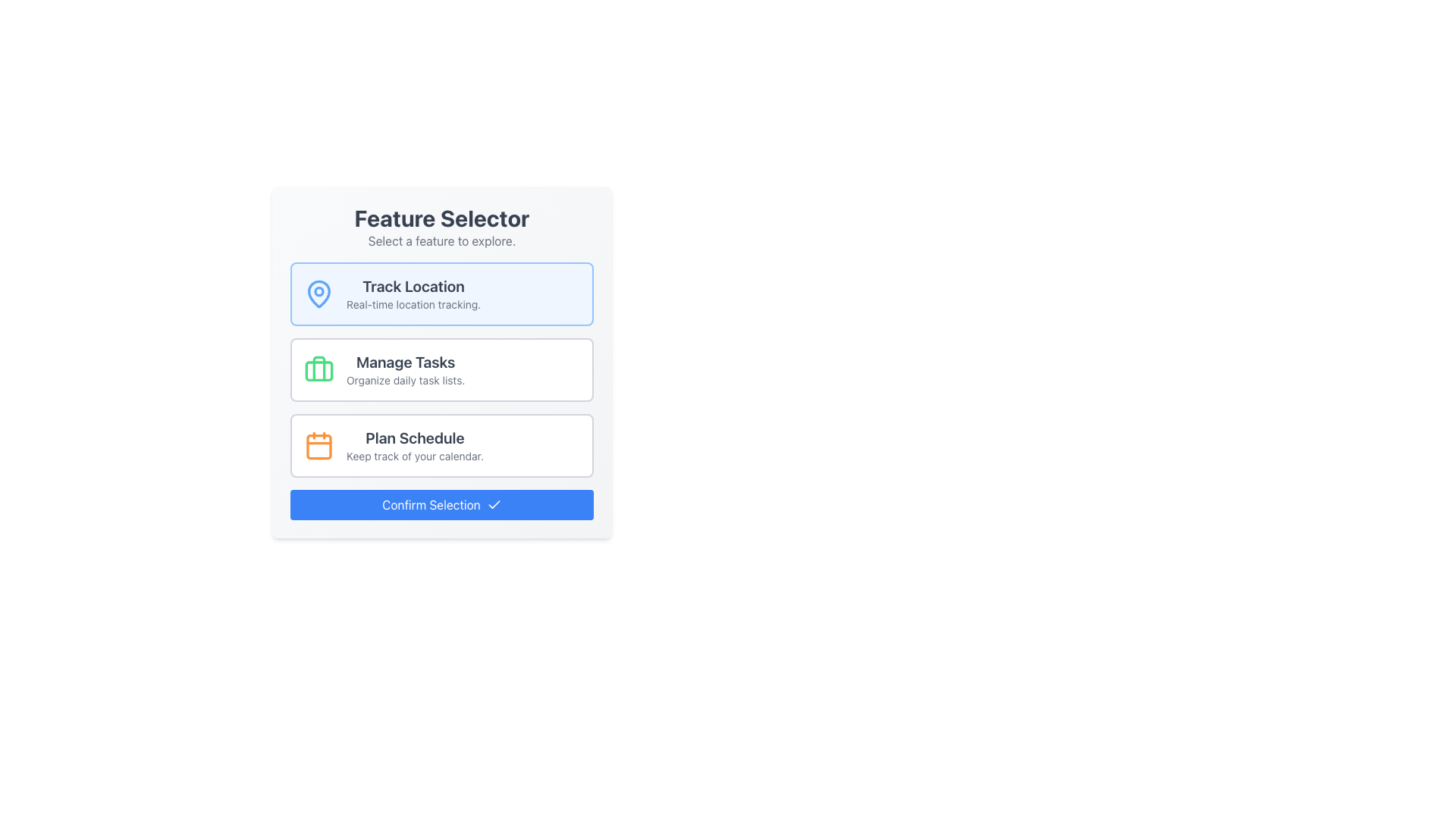 The image size is (1456, 819). I want to click on the static text label titled 'Manage Tasks' which serves as the primary title for the feature option, located in the central section of the interface, so click(406, 362).